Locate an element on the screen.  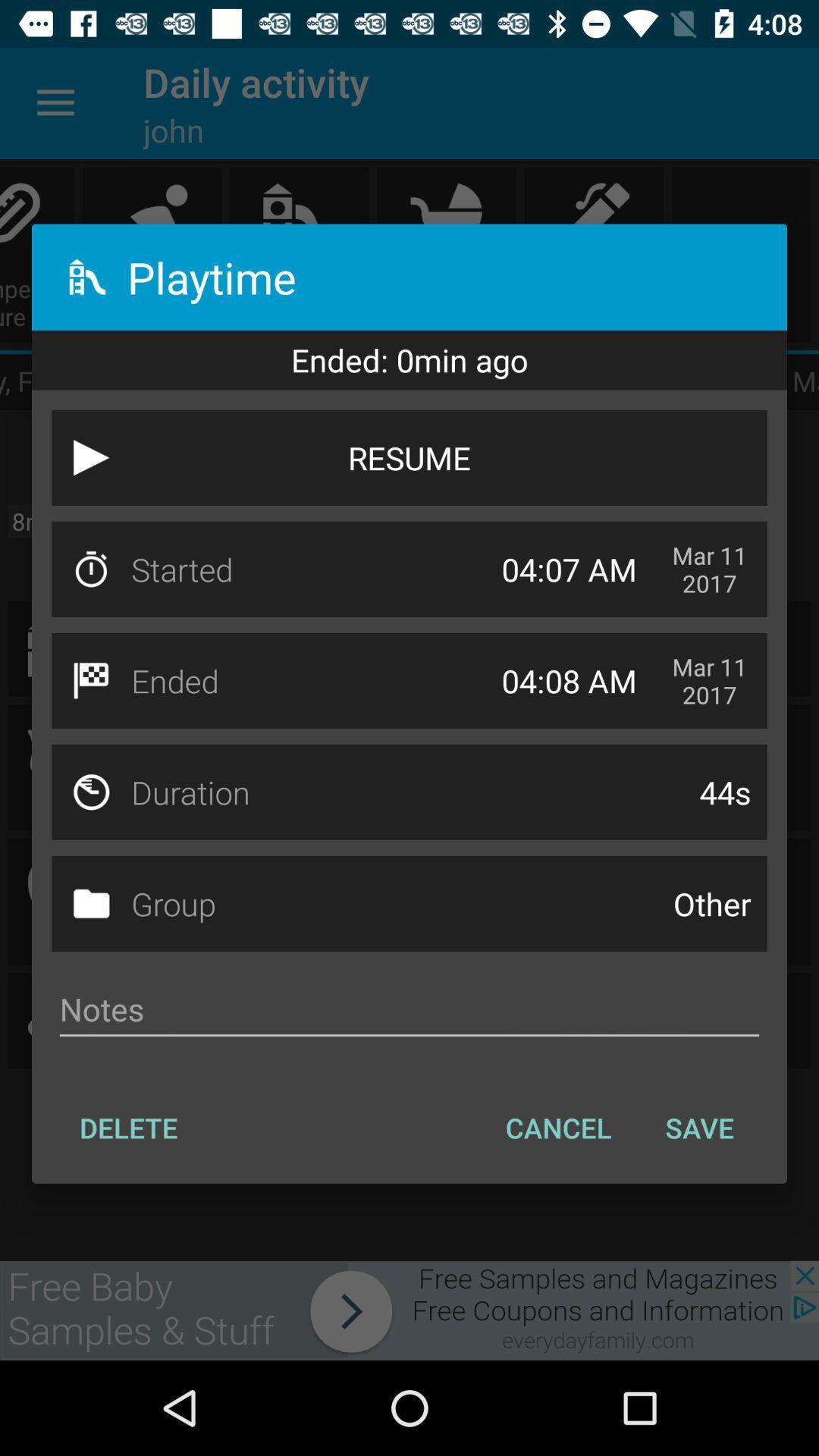
delete at the bottom left corner is located at coordinates (127, 1128).